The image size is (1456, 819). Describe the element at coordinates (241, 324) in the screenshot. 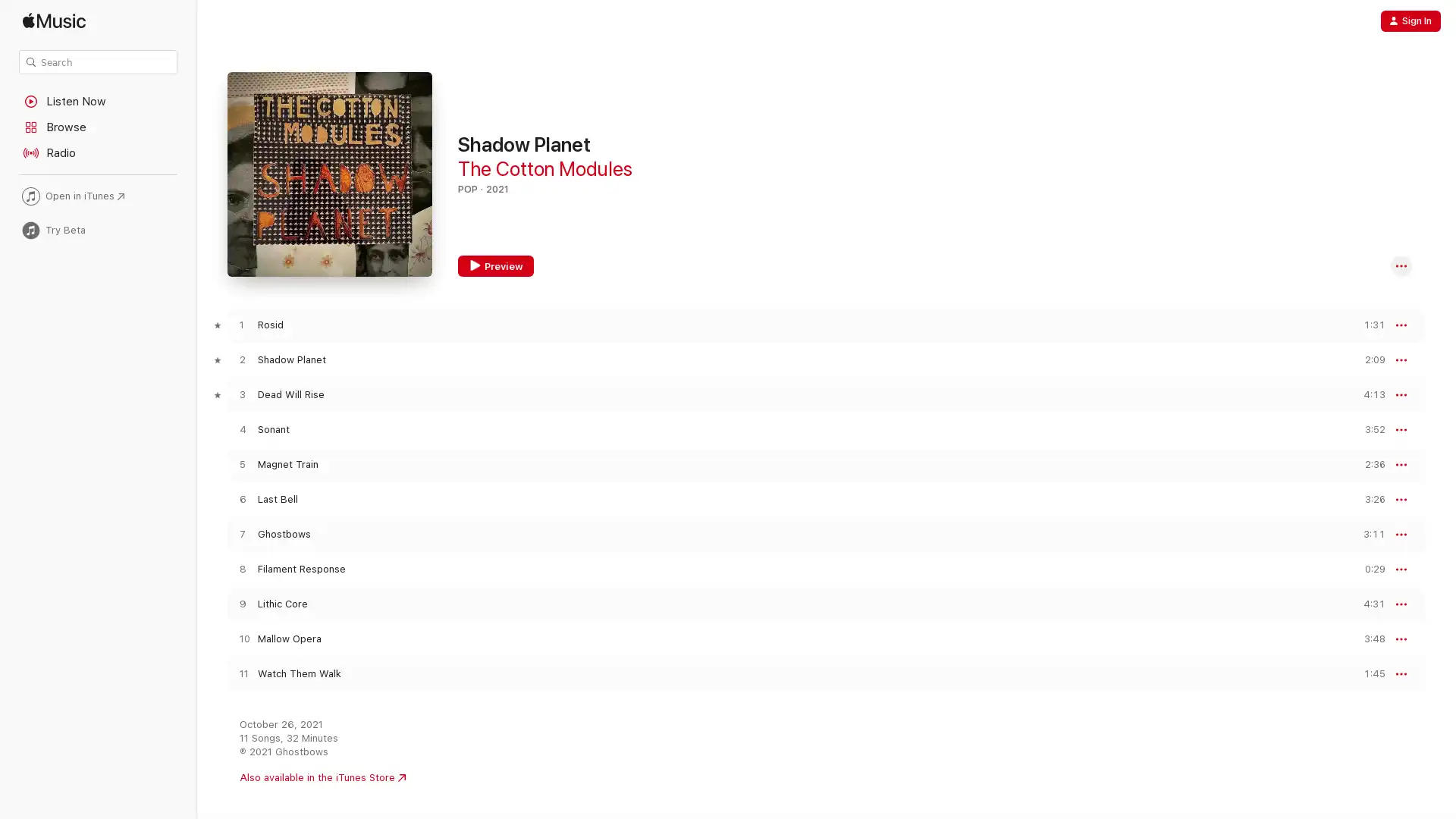

I see `Play` at that location.